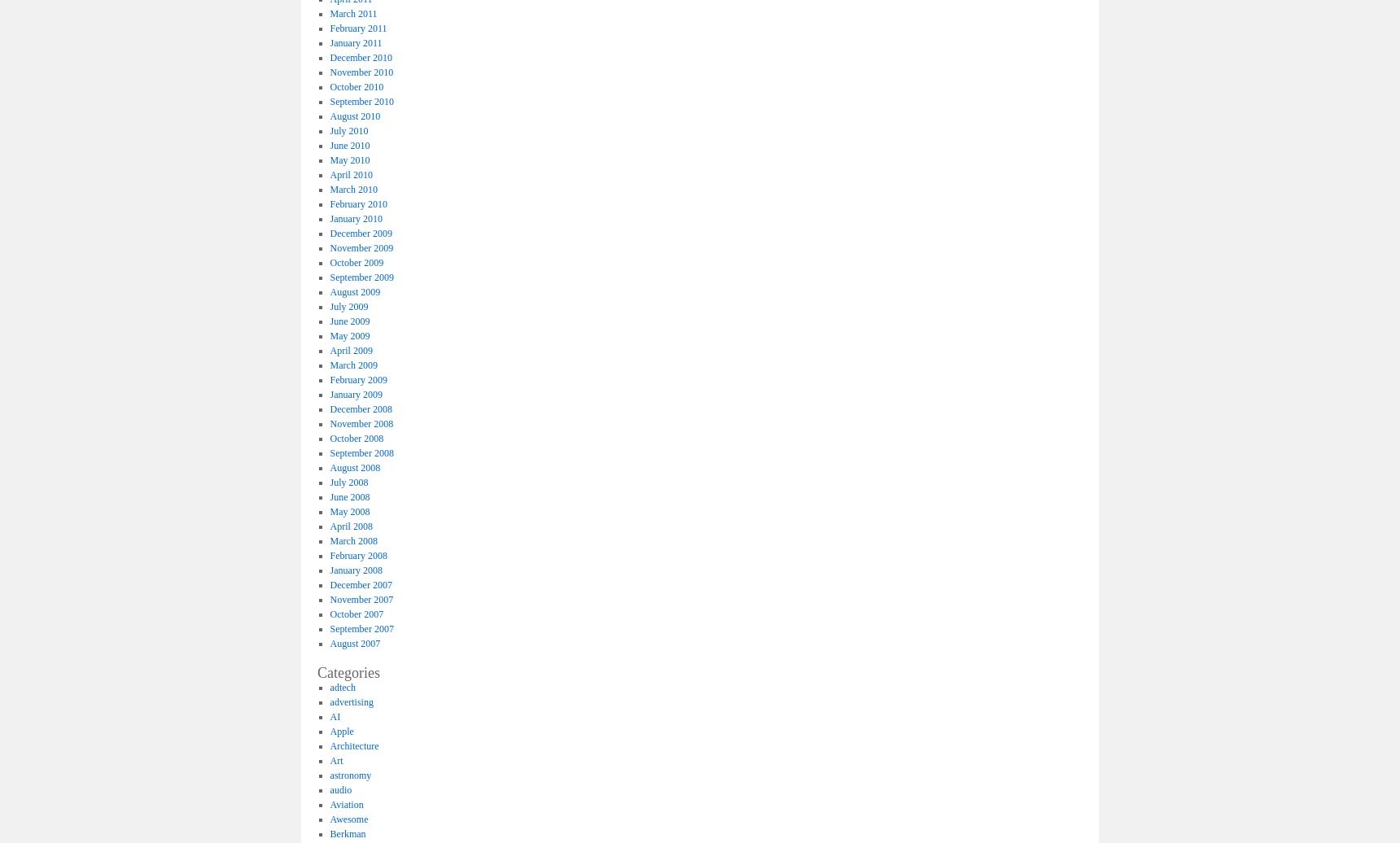 This screenshot has height=843, width=1400. Describe the element at coordinates (356, 261) in the screenshot. I see `'October 2009'` at that location.